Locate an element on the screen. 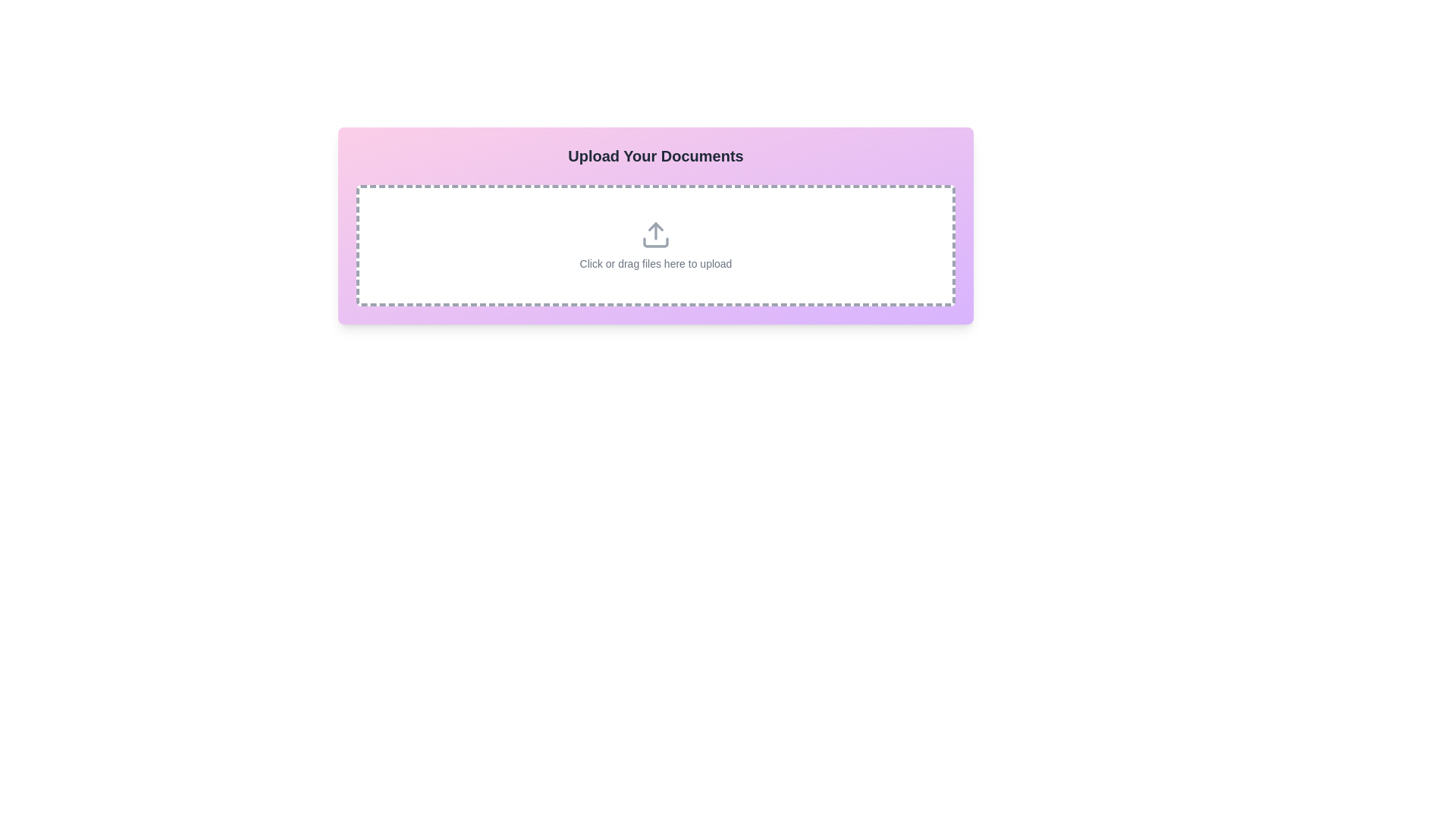 This screenshot has width=1456, height=819. the bottom segment of the upload icon, which is part of the drag-and-drop area labeled 'Click or drag files here to upload.' is located at coordinates (655, 242).